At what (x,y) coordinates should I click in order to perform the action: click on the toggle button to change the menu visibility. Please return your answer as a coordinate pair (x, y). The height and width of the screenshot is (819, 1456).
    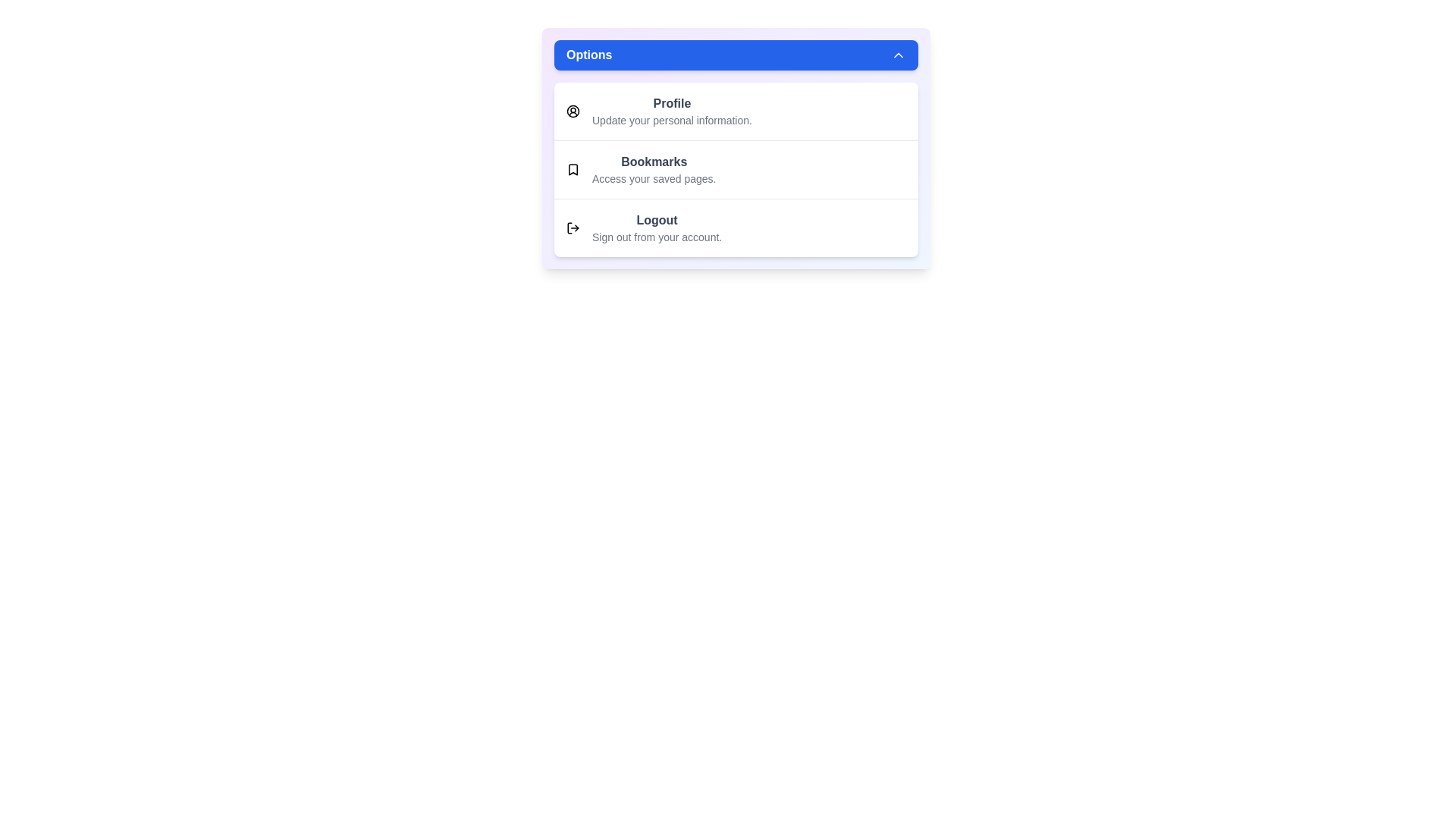
    Looking at the image, I should click on (736, 55).